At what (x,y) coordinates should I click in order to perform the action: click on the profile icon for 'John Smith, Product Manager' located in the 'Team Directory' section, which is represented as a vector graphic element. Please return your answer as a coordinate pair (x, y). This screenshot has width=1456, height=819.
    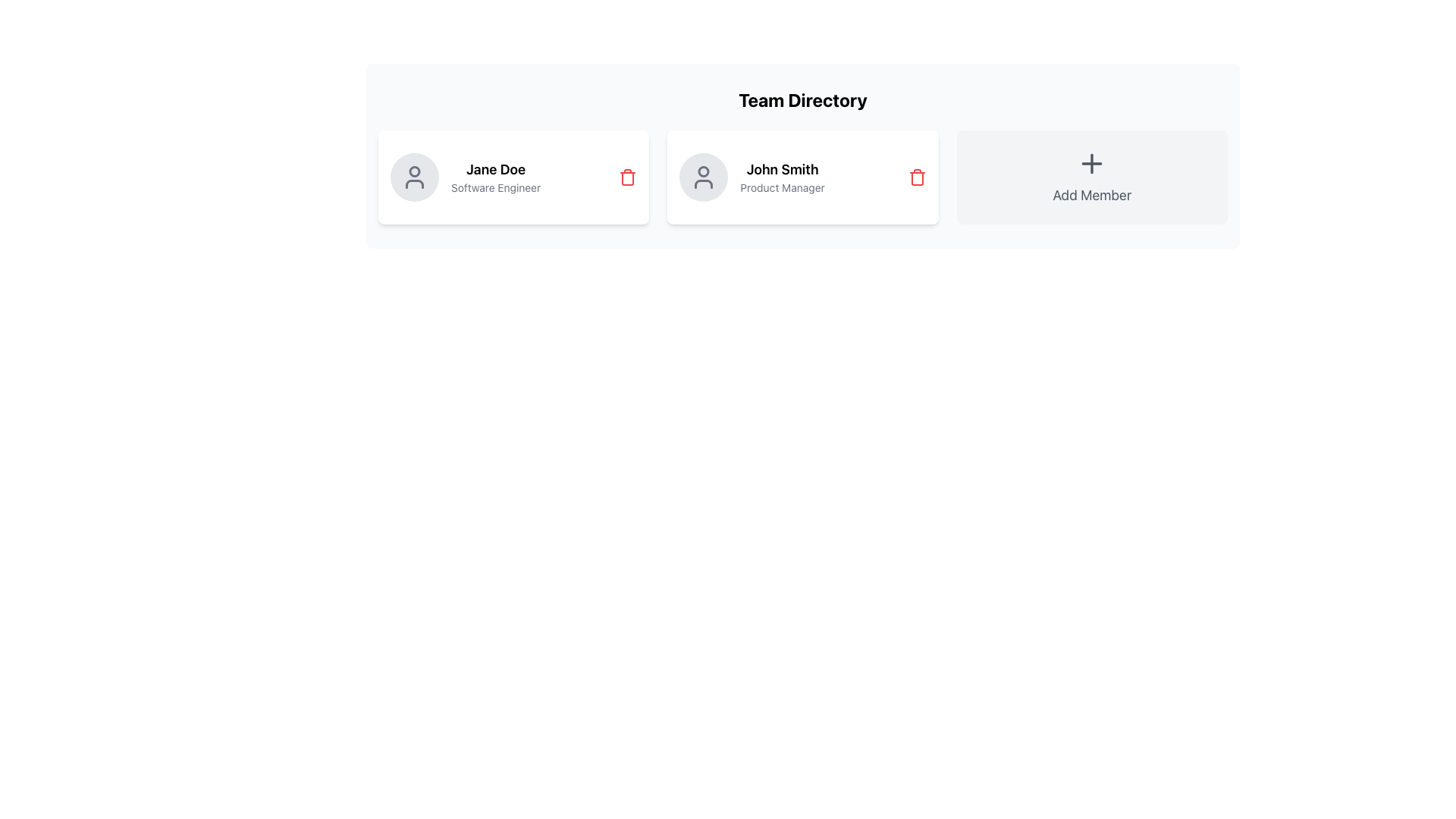
    Looking at the image, I should click on (703, 171).